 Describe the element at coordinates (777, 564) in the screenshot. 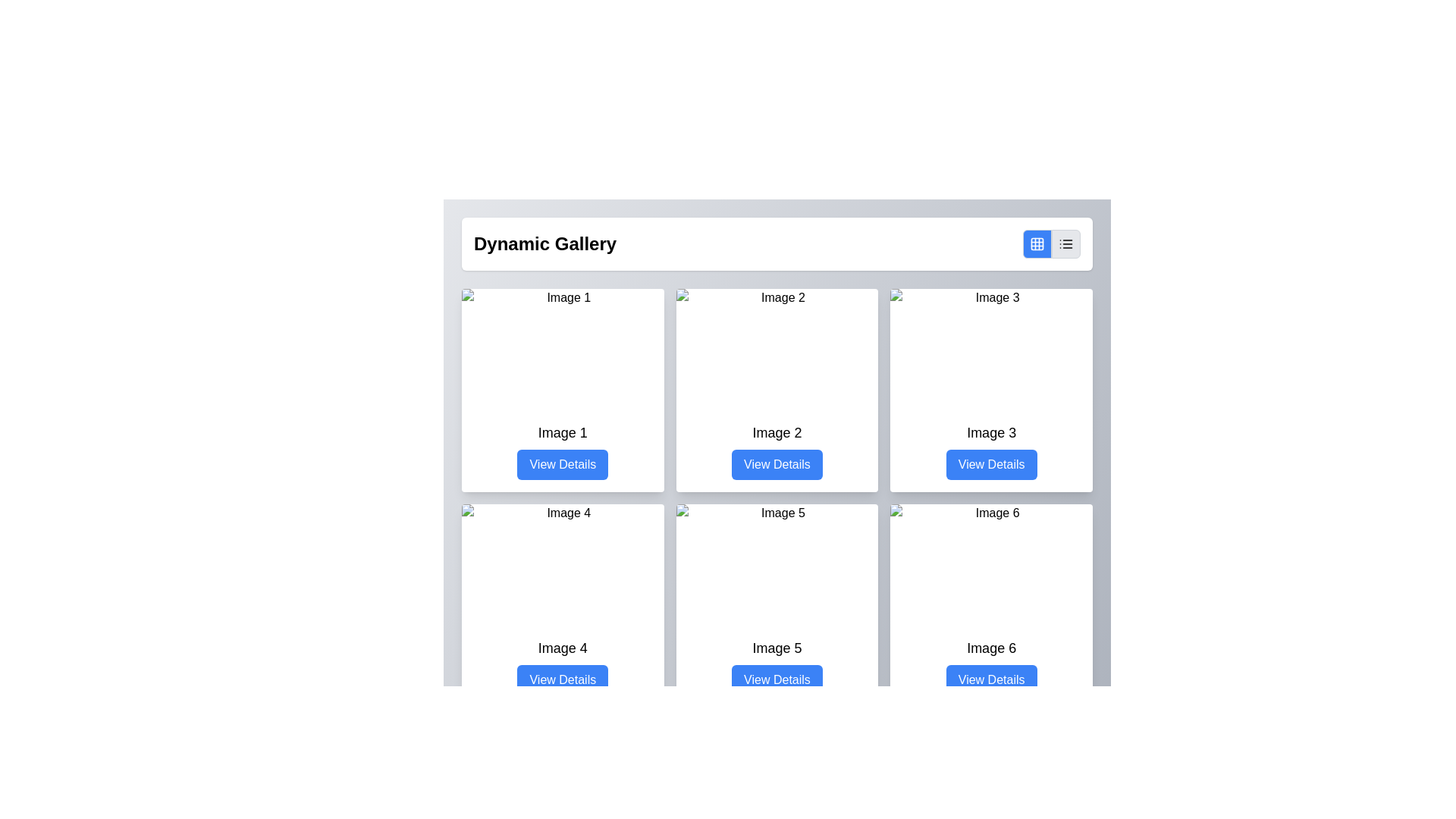

I see `the image element displaying 'Image 5' located in the upper part of the second row, center column of the grid layout below 'Dynamic Gallery'` at that location.